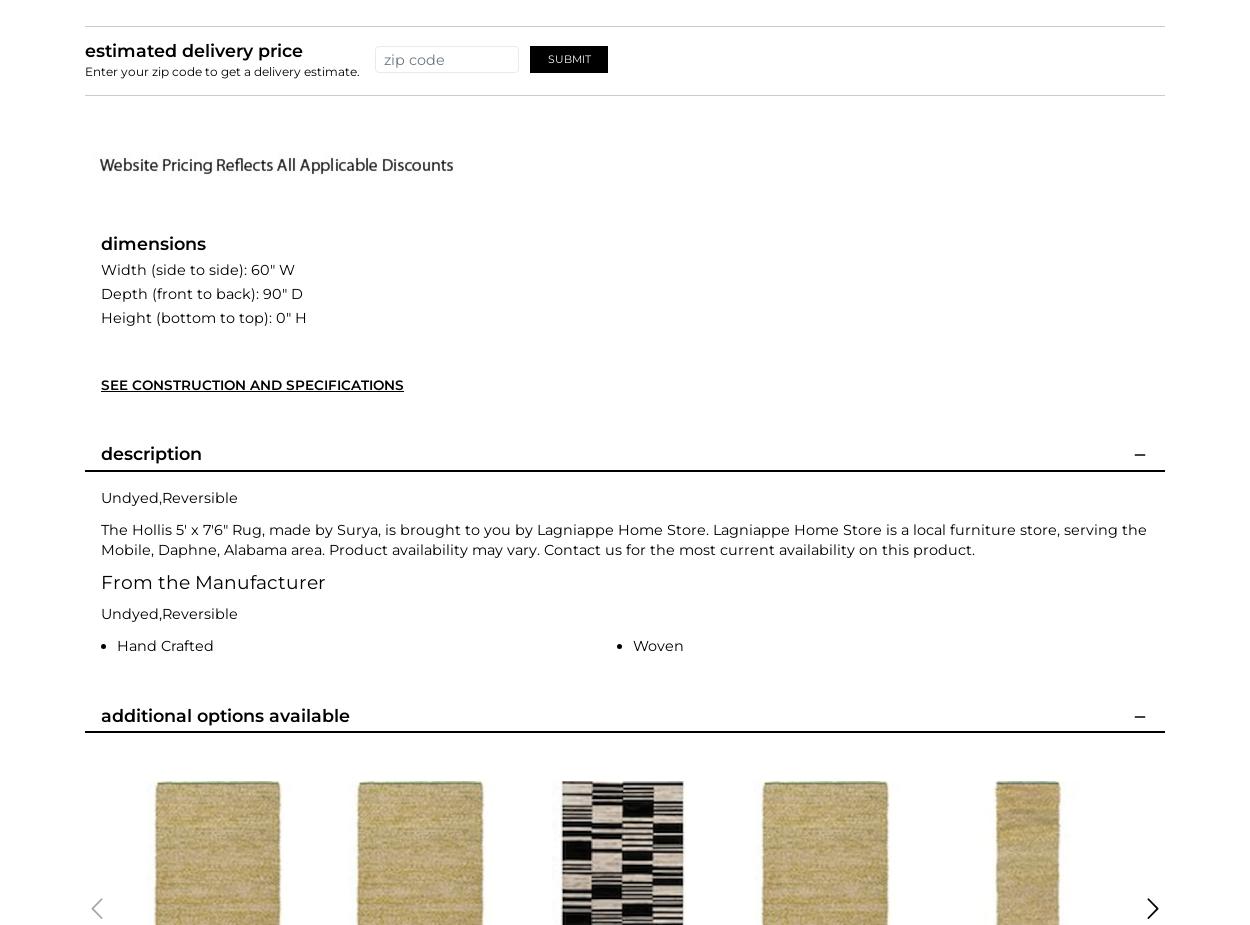  Describe the element at coordinates (100, 452) in the screenshot. I see `'Description'` at that location.